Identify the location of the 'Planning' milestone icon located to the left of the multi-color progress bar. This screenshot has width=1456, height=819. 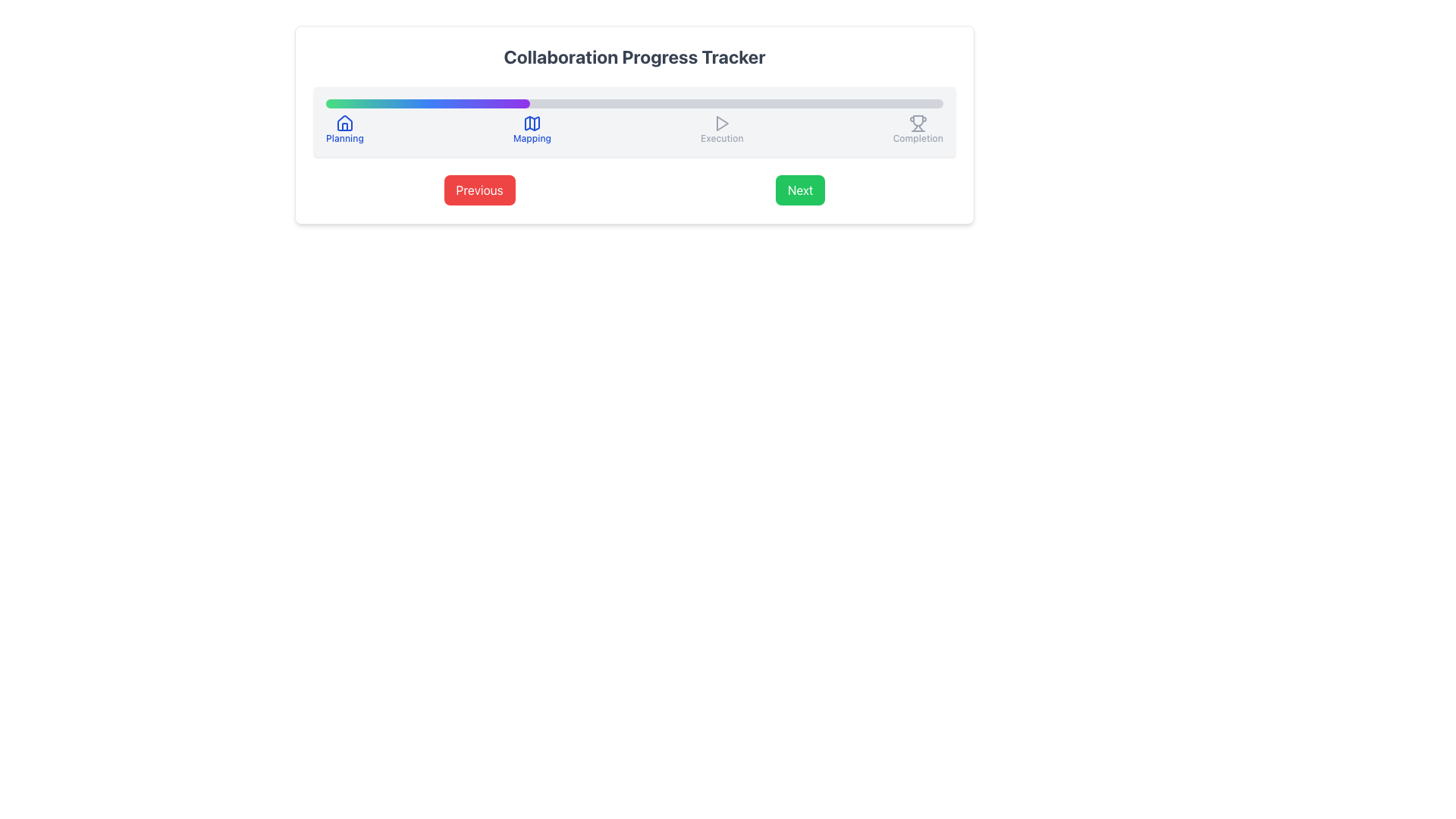
(344, 122).